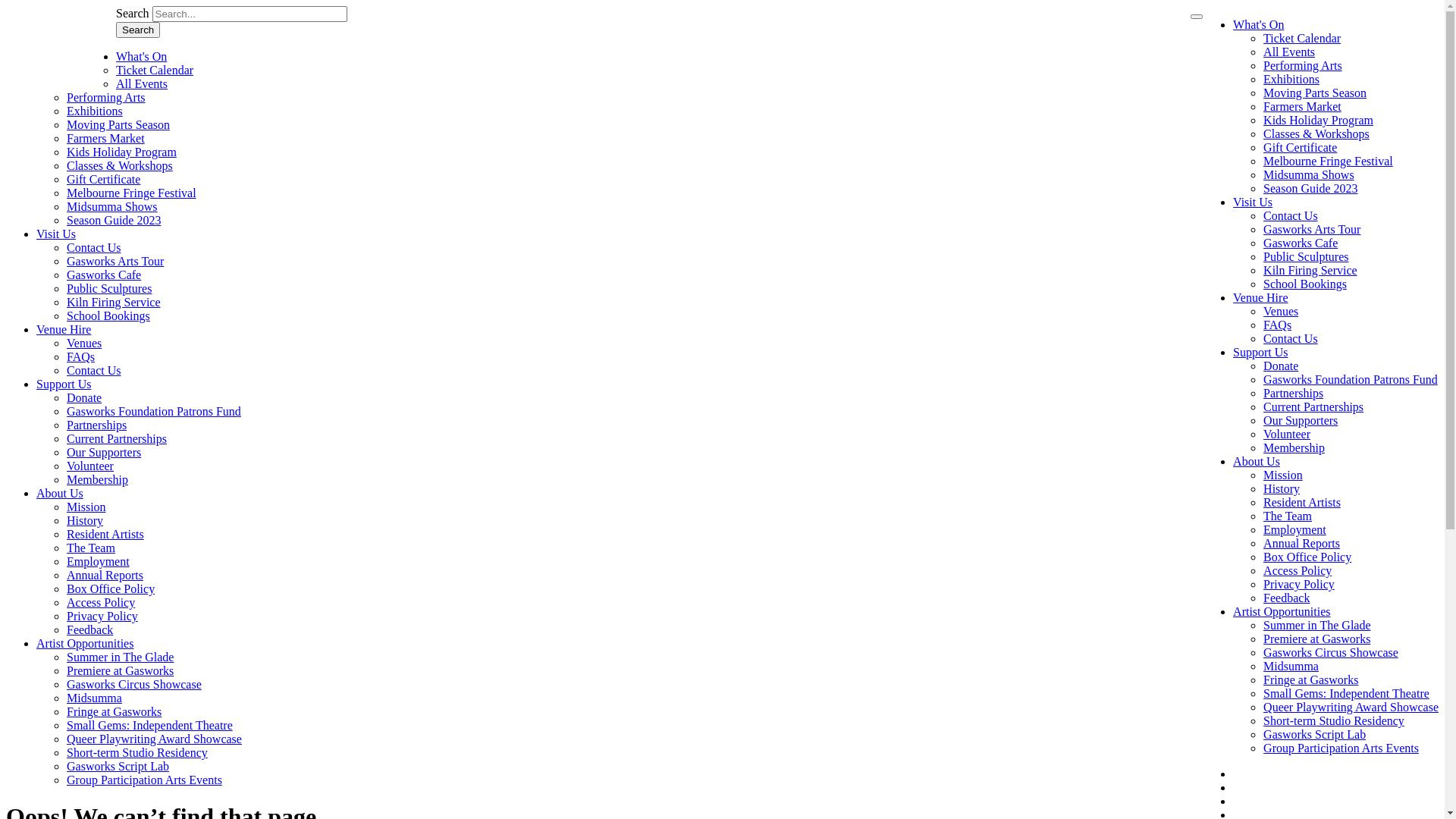  Describe the element at coordinates (102, 178) in the screenshot. I see `'Gift Certificate'` at that location.